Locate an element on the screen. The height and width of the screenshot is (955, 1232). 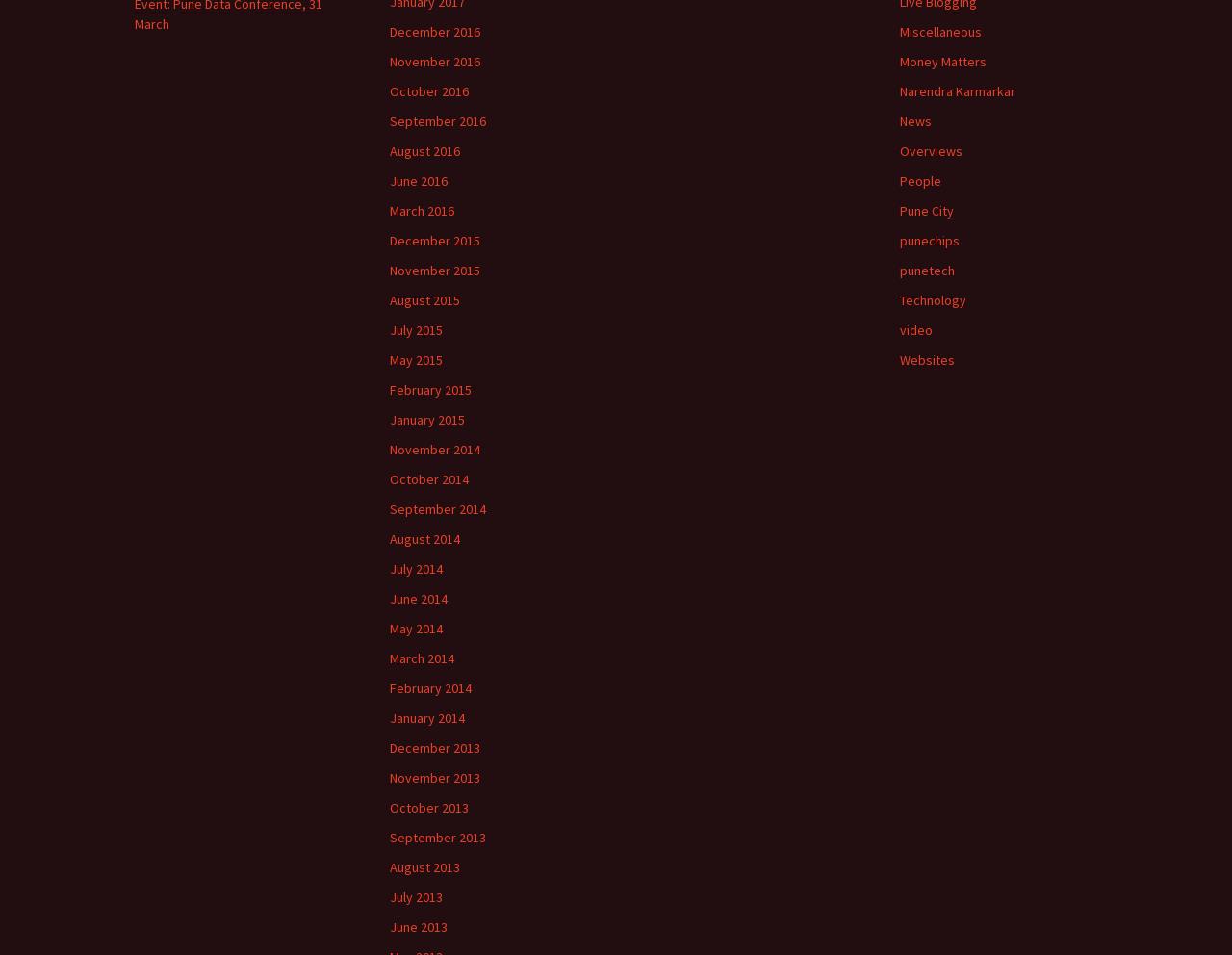
'Narendra Karmarkar' is located at coordinates (957, 90).